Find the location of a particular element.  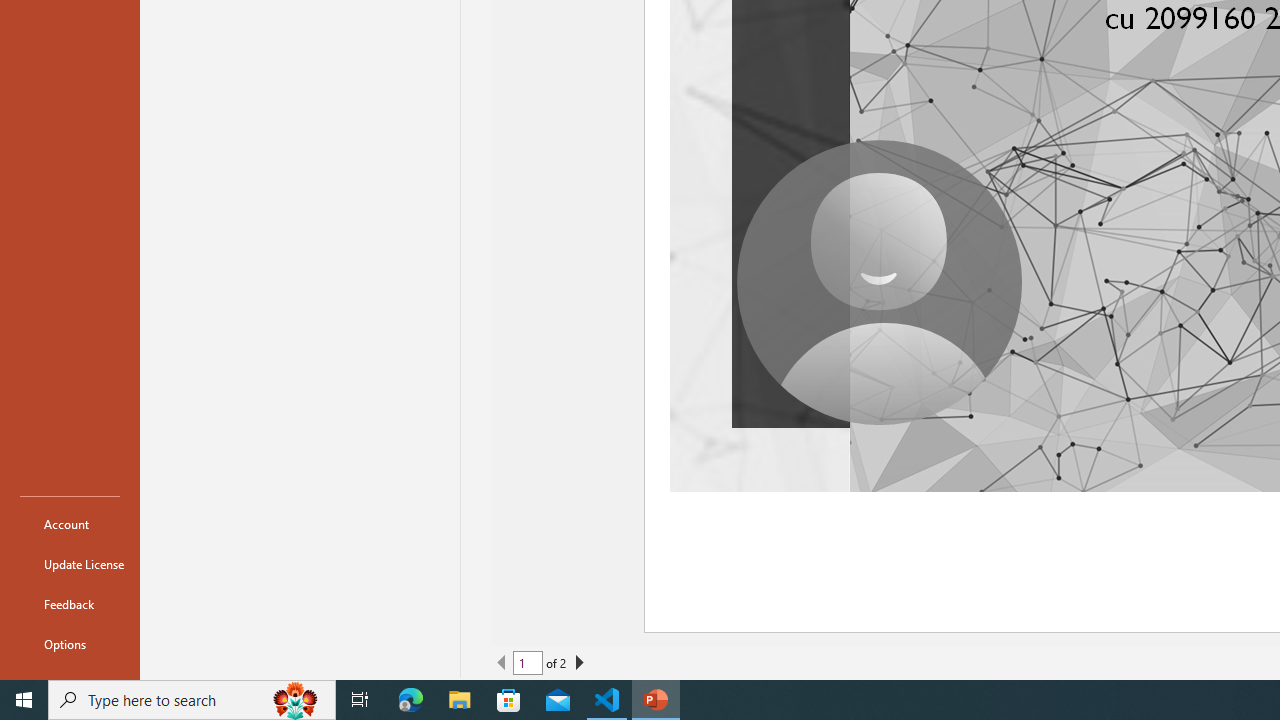

'Options' is located at coordinates (69, 644).